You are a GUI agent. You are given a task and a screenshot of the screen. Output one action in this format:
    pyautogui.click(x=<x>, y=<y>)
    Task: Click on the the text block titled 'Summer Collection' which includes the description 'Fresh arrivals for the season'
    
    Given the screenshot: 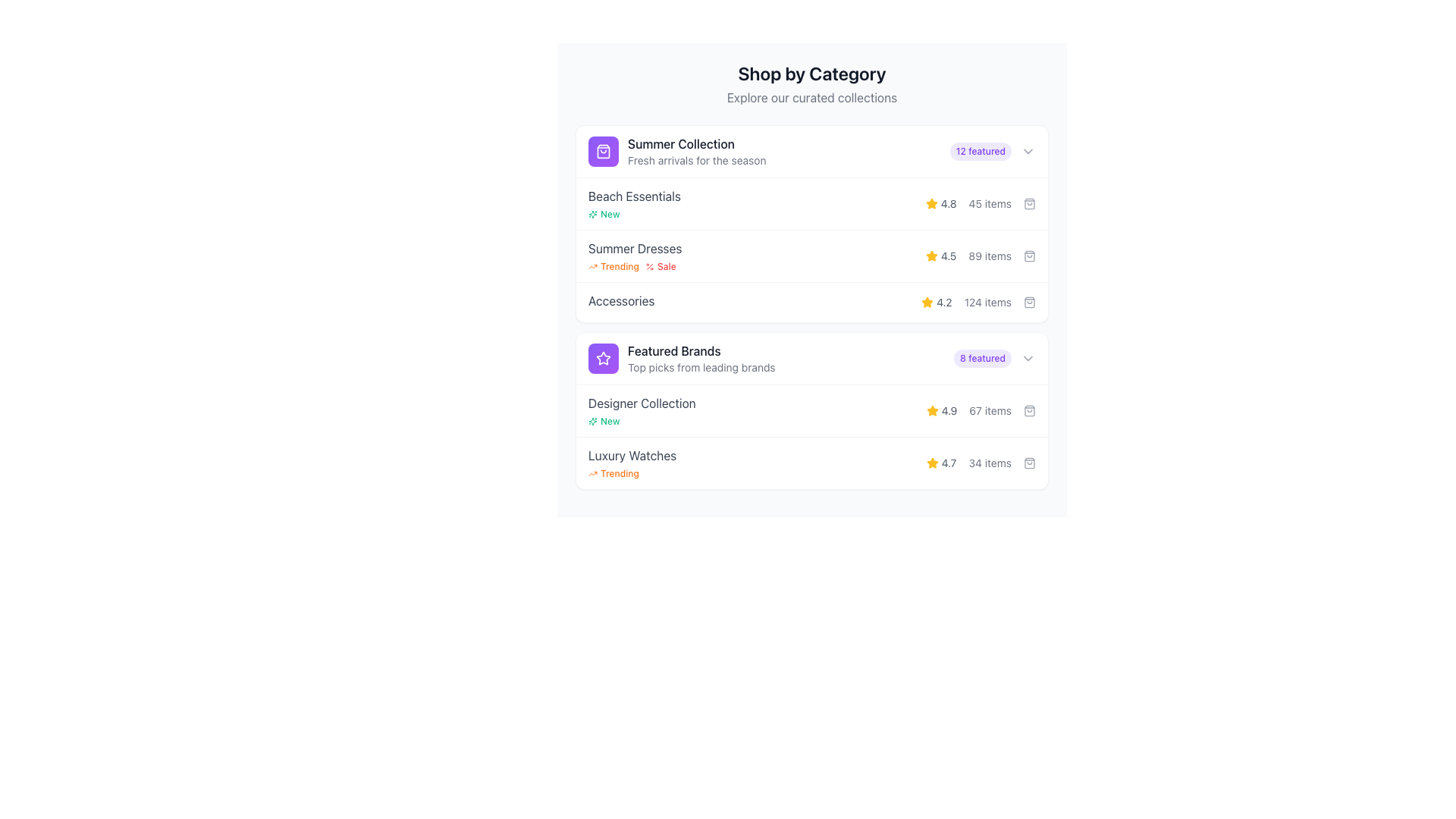 What is the action you would take?
    pyautogui.click(x=696, y=152)
    